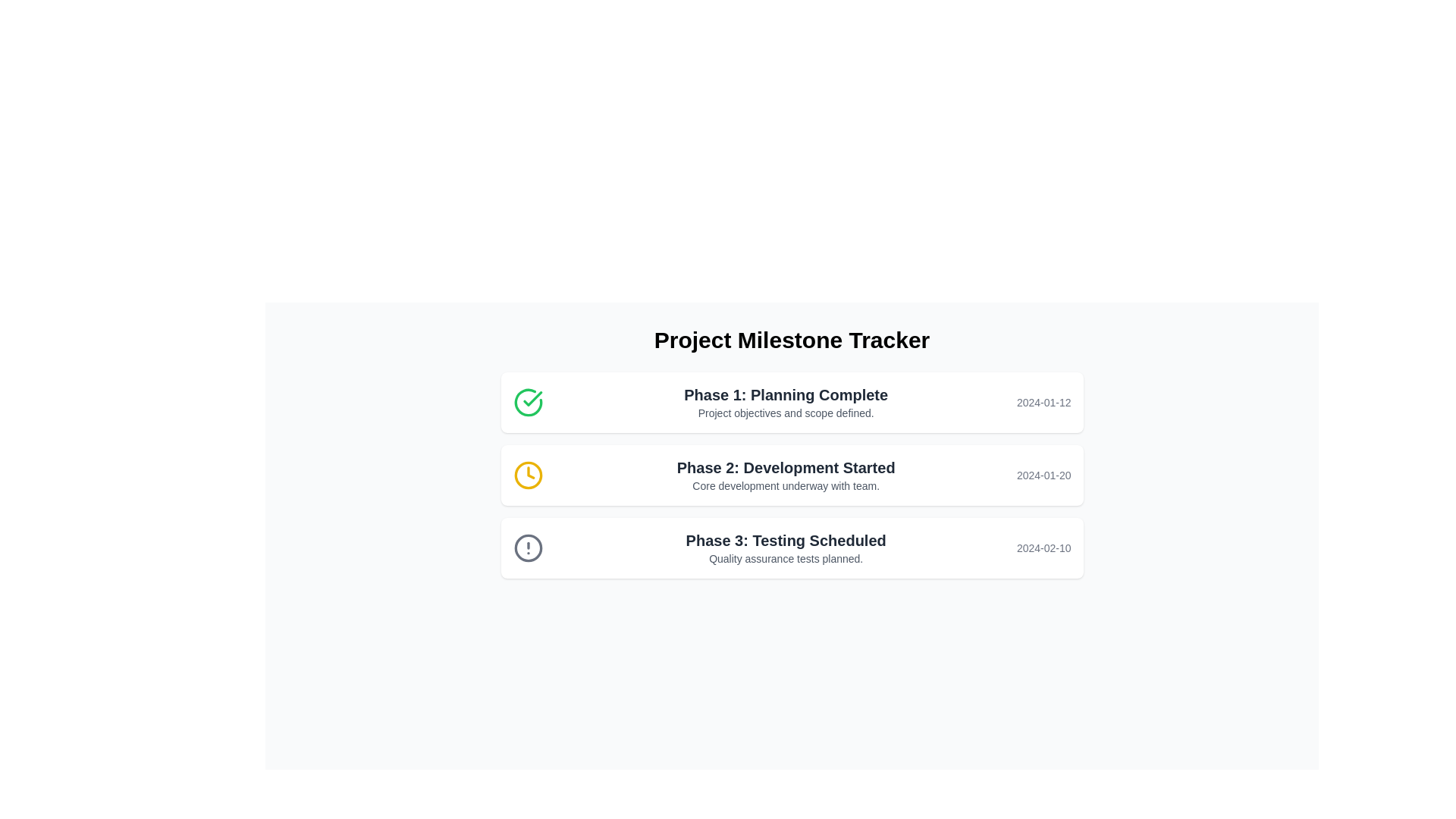  Describe the element at coordinates (1043, 475) in the screenshot. I see `date information displayed in the Text label located on the right side of the 'Phase 2: Development Started' section, which shows the date 2024-01-20` at that location.